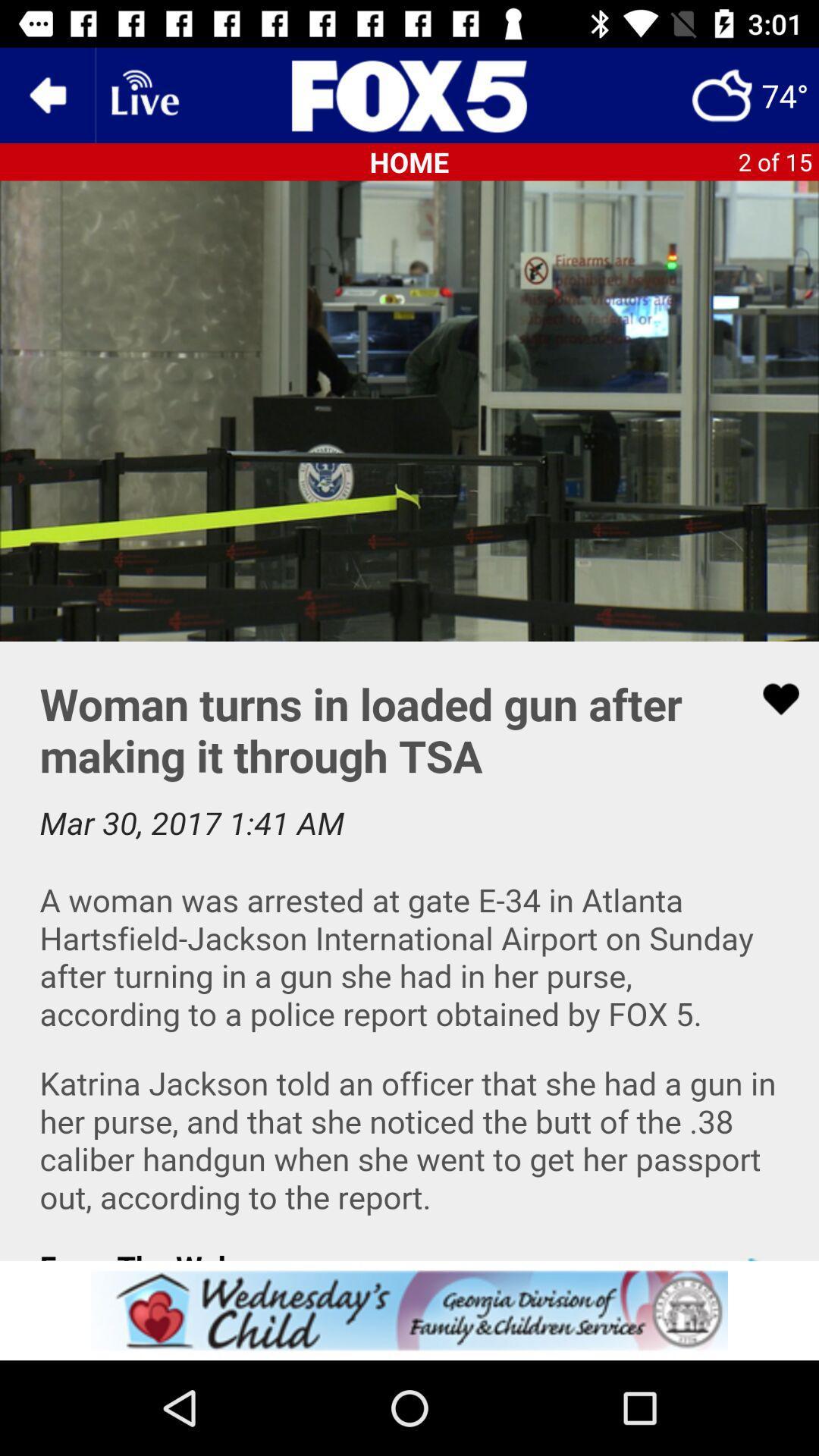  What do you see at coordinates (771, 698) in the screenshot?
I see `the favorite icon` at bounding box center [771, 698].